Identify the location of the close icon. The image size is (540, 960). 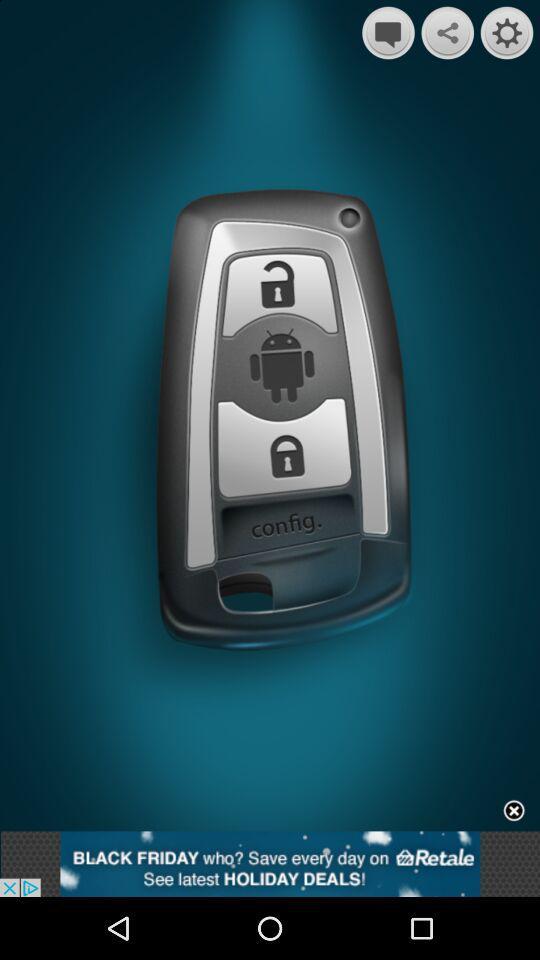
(514, 867).